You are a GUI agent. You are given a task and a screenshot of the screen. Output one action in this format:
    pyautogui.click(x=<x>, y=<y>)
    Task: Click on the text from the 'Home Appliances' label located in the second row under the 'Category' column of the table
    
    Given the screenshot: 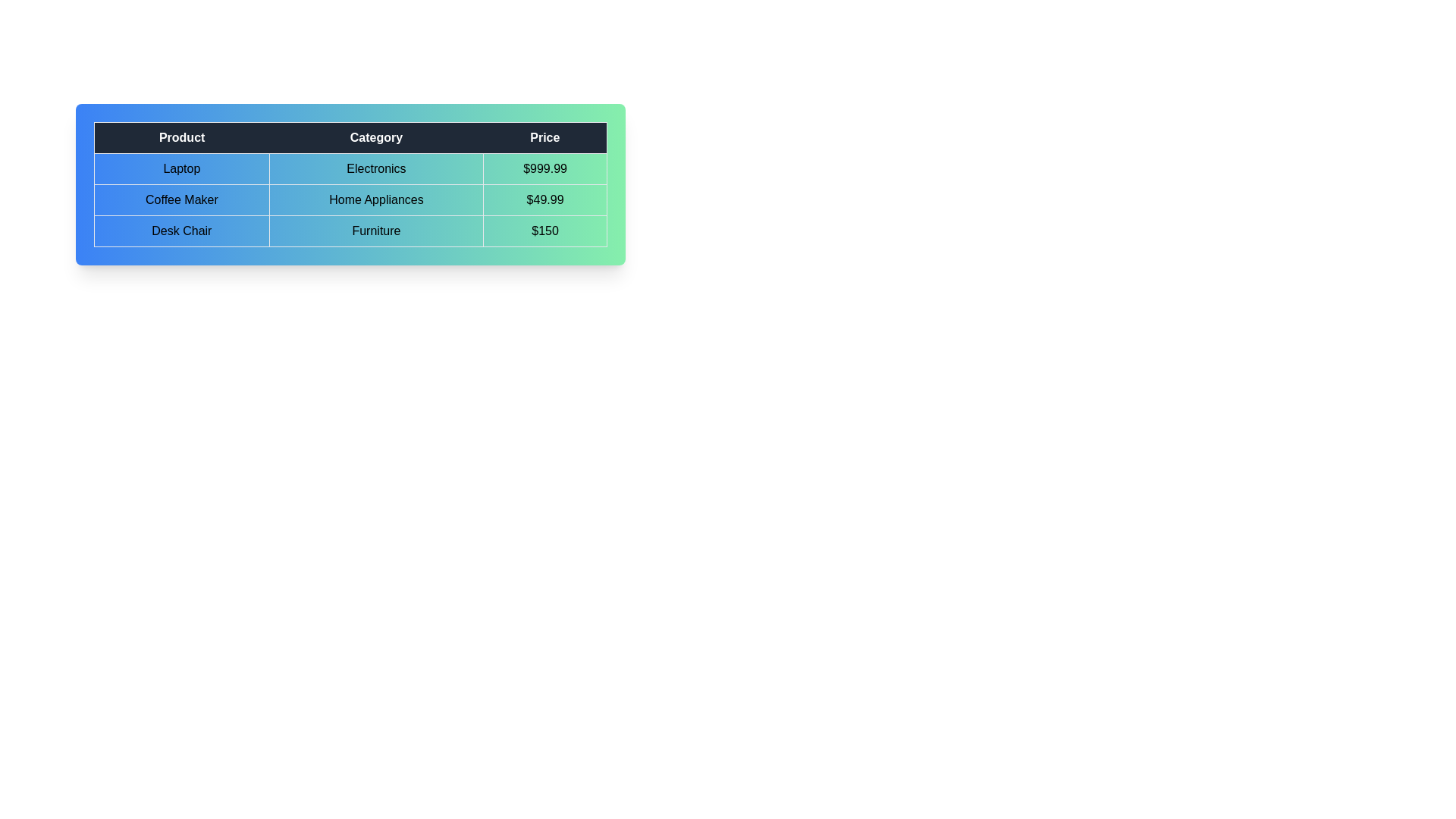 What is the action you would take?
    pyautogui.click(x=376, y=199)
    